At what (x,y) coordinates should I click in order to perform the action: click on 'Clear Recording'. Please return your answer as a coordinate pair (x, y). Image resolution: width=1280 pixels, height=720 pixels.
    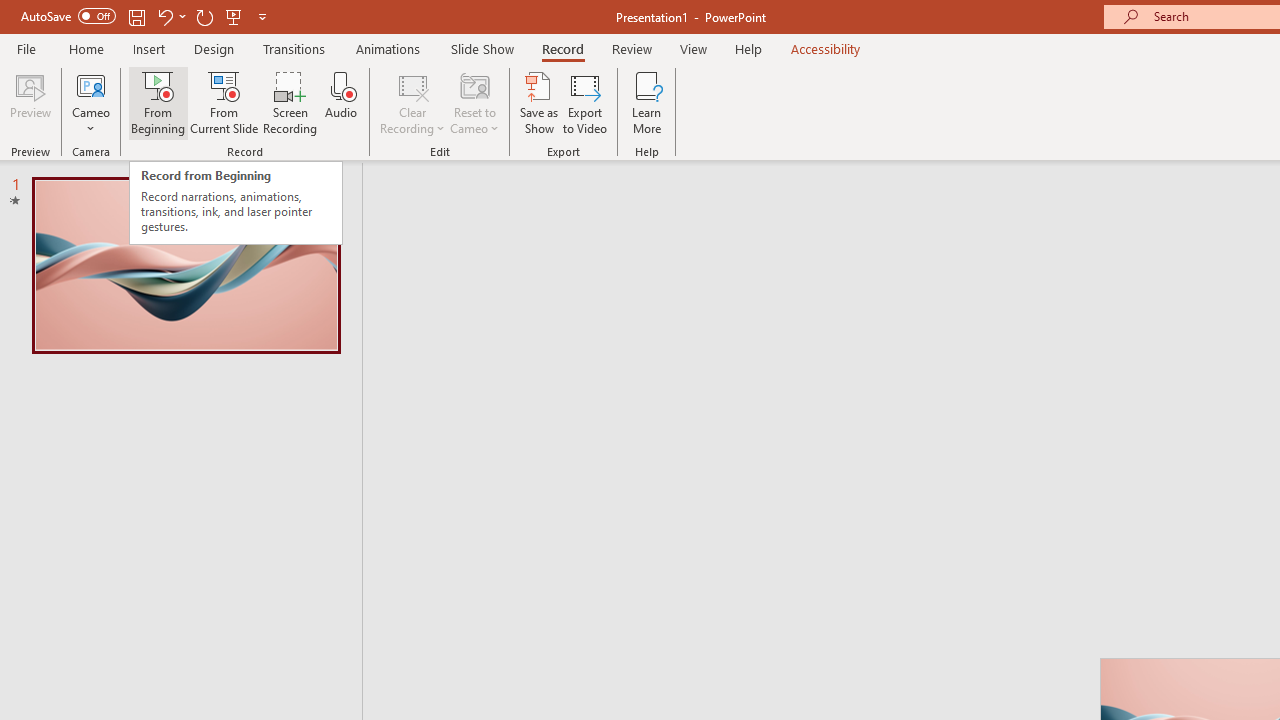
    Looking at the image, I should click on (411, 103).